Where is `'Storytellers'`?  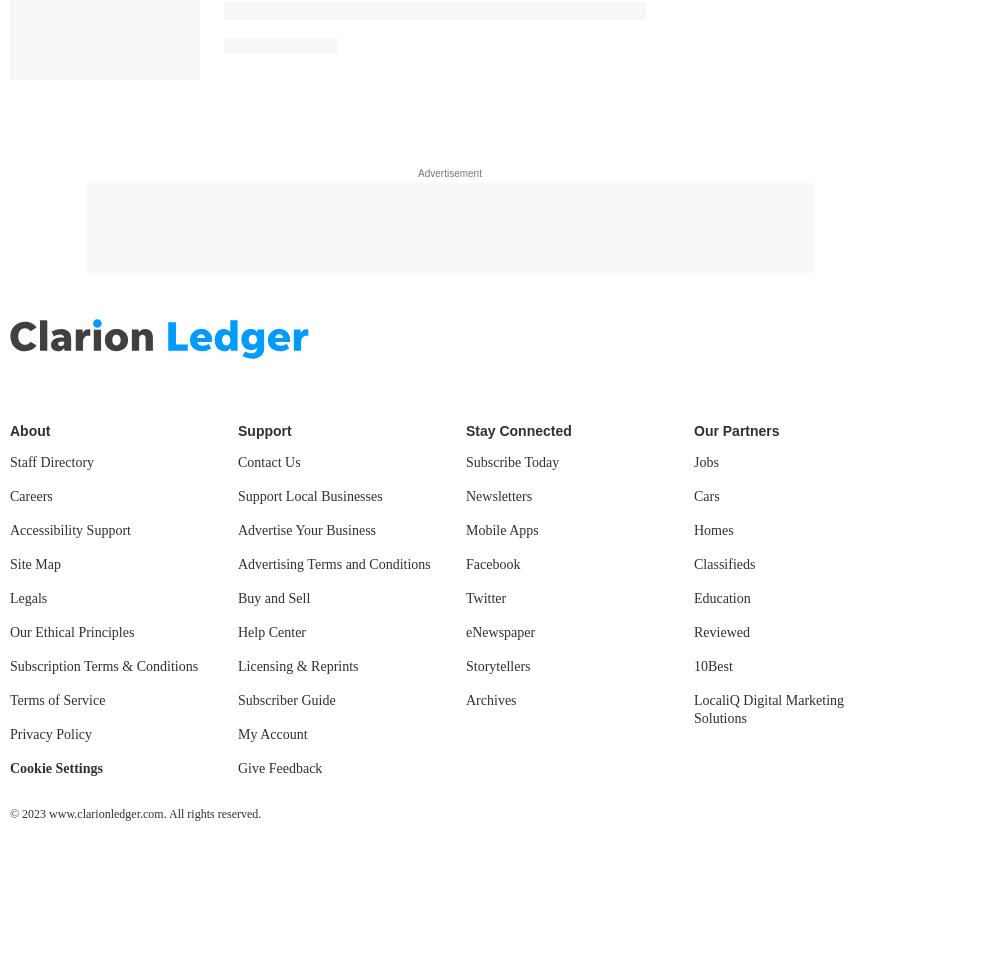
'Storytellers' is located at coordinates (497, 665).